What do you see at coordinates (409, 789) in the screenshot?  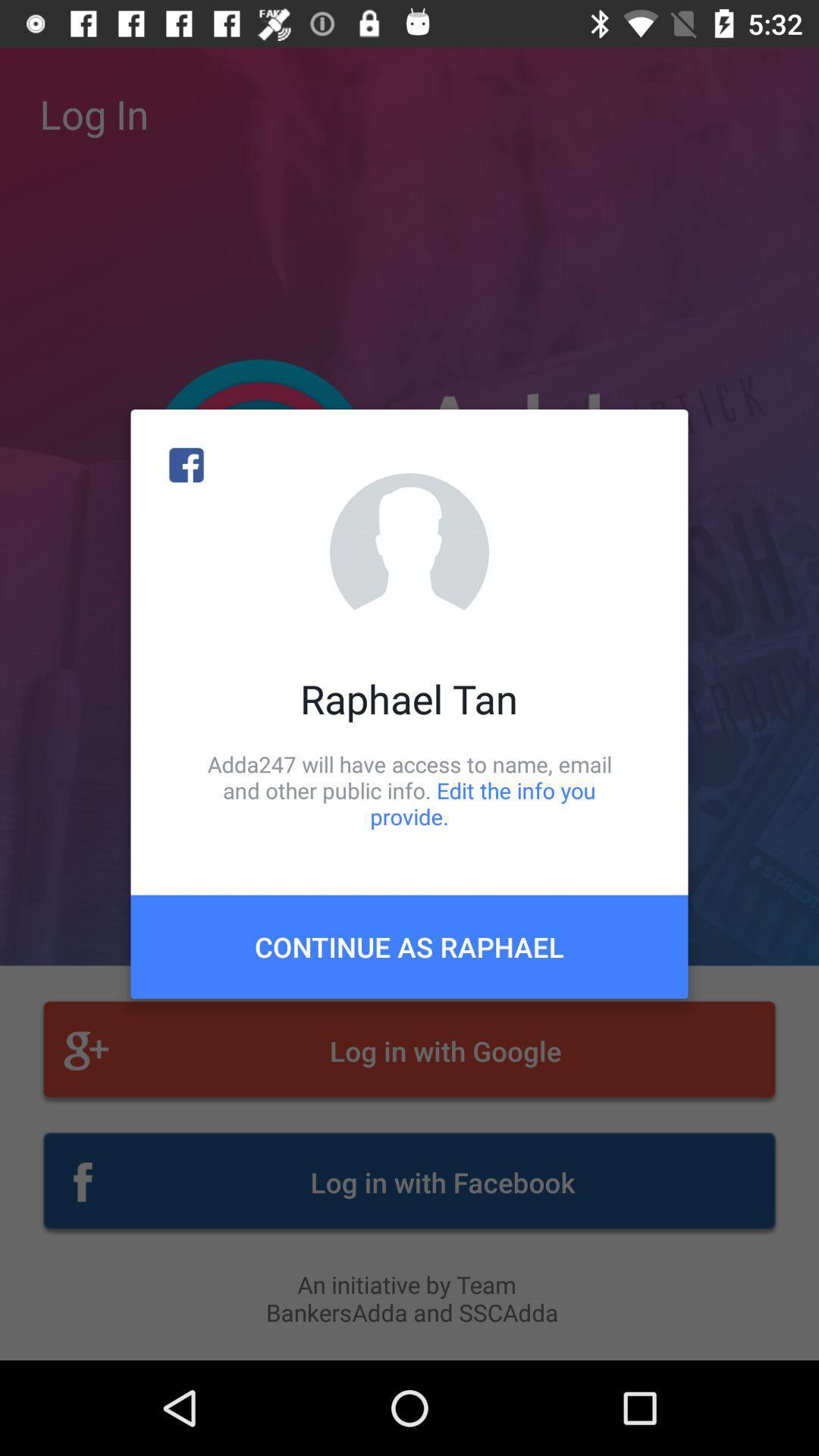 I see `adda247 will have item` at bounding box center [409, 789].